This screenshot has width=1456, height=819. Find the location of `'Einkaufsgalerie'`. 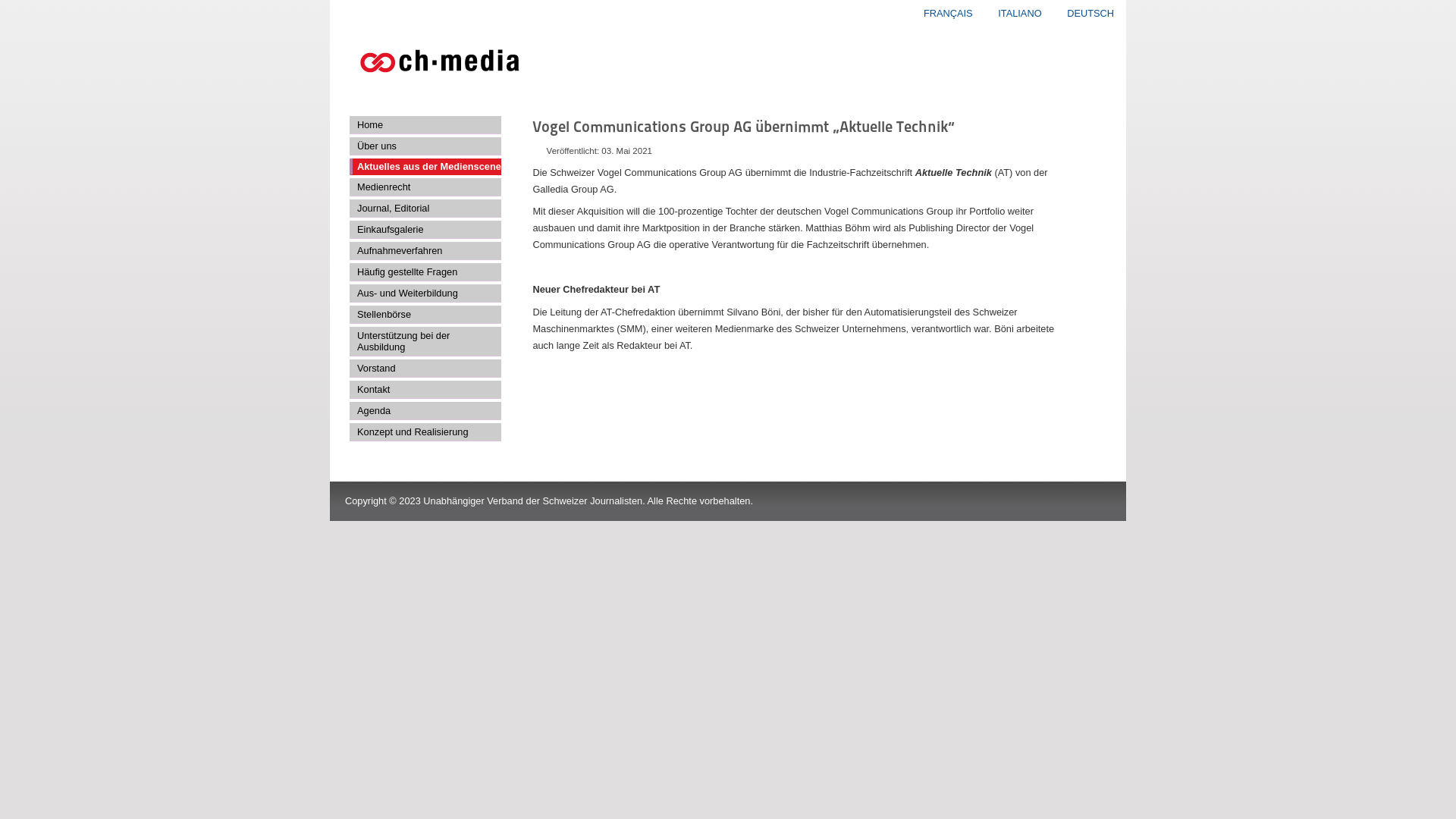

'Einkaufsgalerie' is located at coordinates (425, 230).